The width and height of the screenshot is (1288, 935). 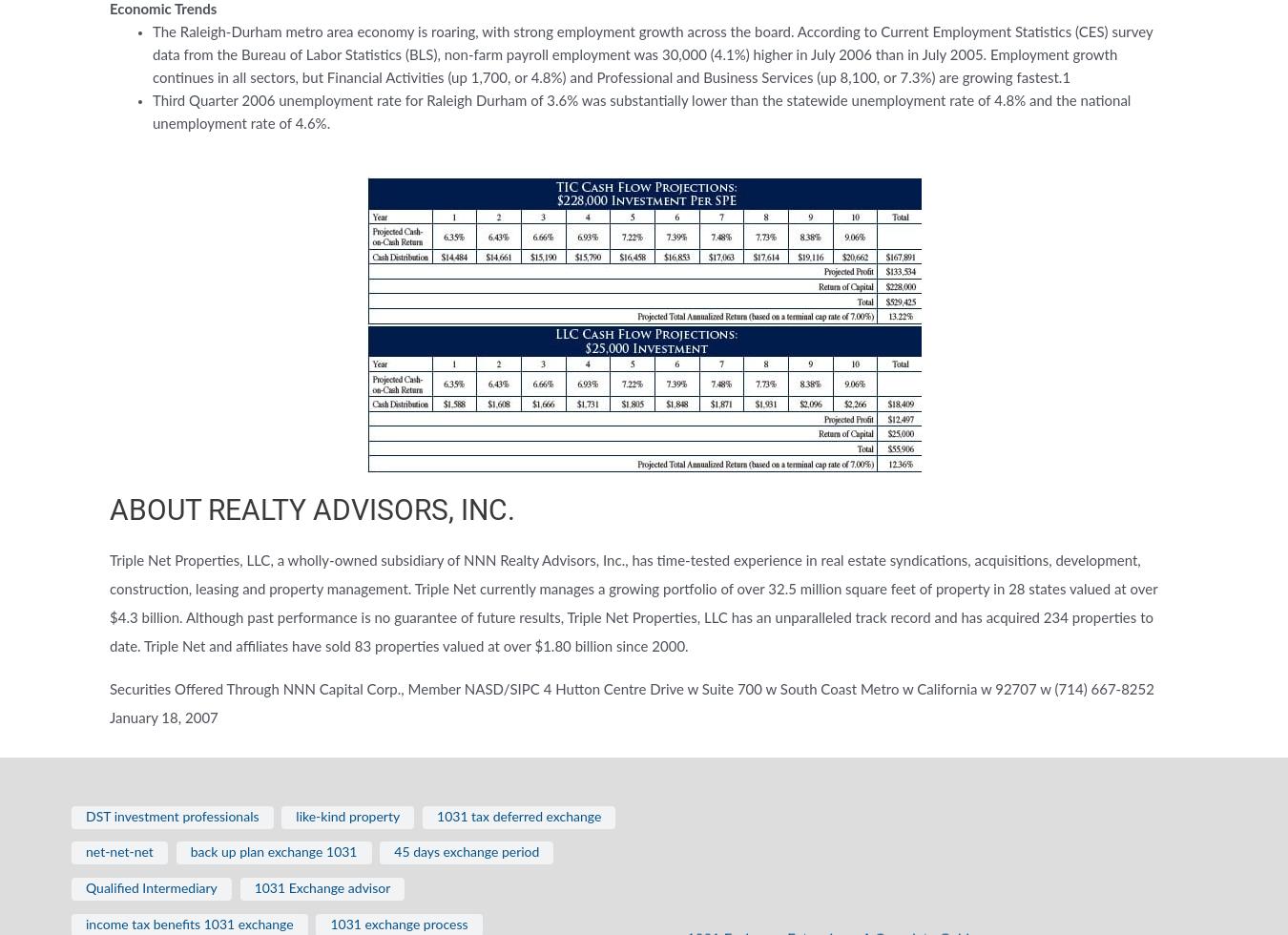 I want to click on 'income tax benefits 1031 exchange', so click(x=85, y=925).